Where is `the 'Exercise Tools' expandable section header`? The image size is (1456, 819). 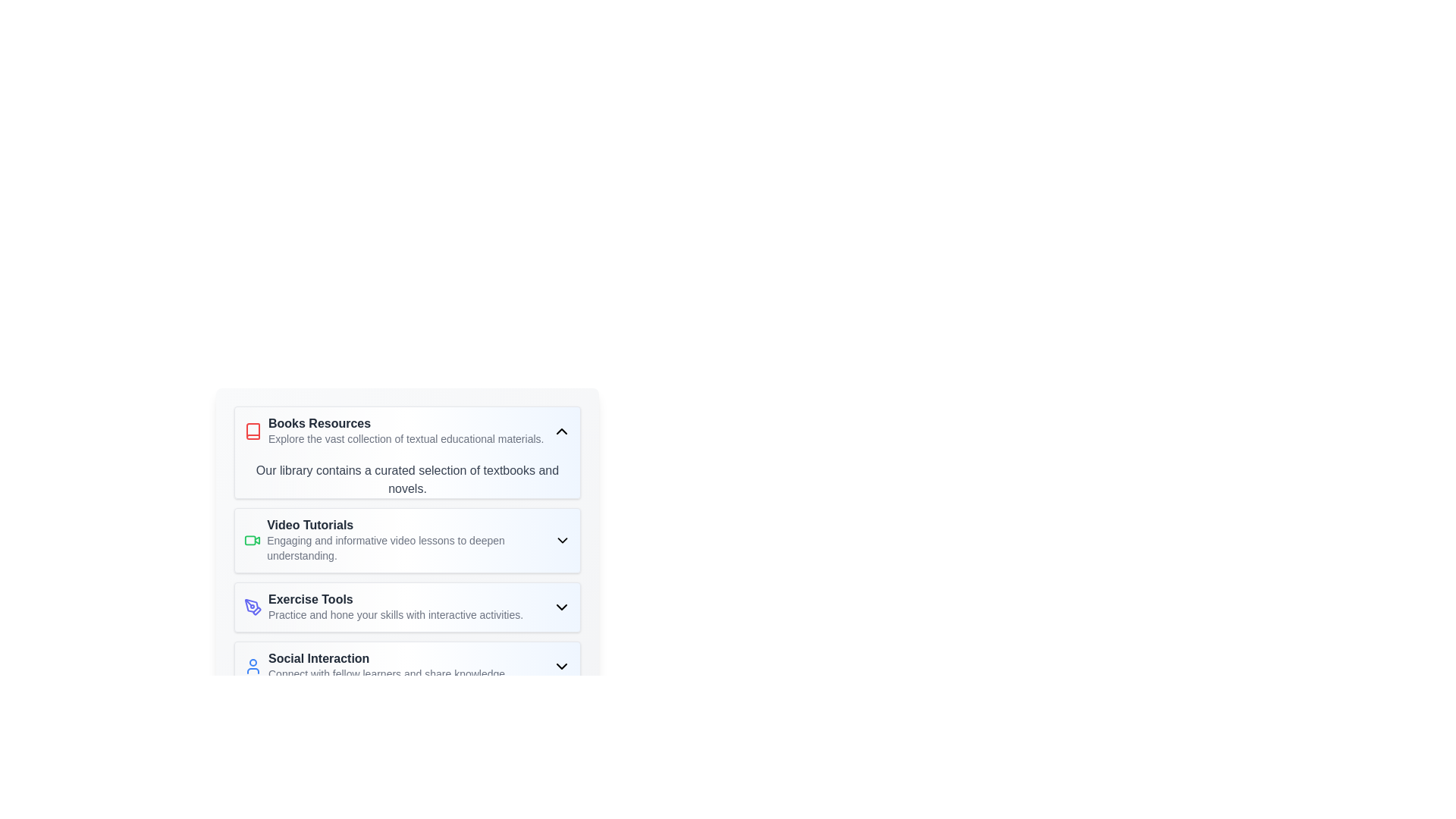
the 'Exercise Tools' expandable section header is located at coordinates (407, 607).